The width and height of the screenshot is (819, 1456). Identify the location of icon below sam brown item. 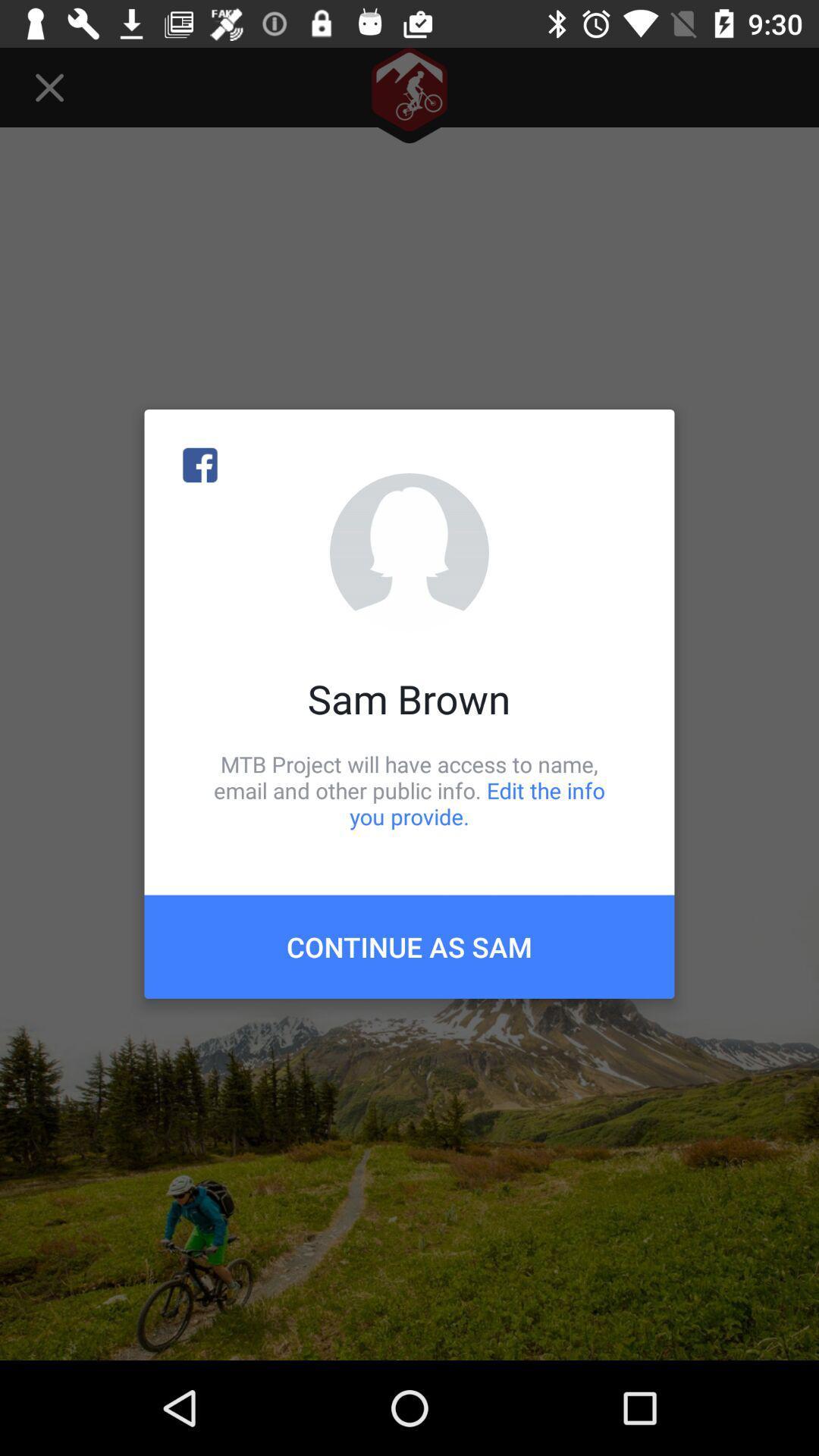
(409, 789).